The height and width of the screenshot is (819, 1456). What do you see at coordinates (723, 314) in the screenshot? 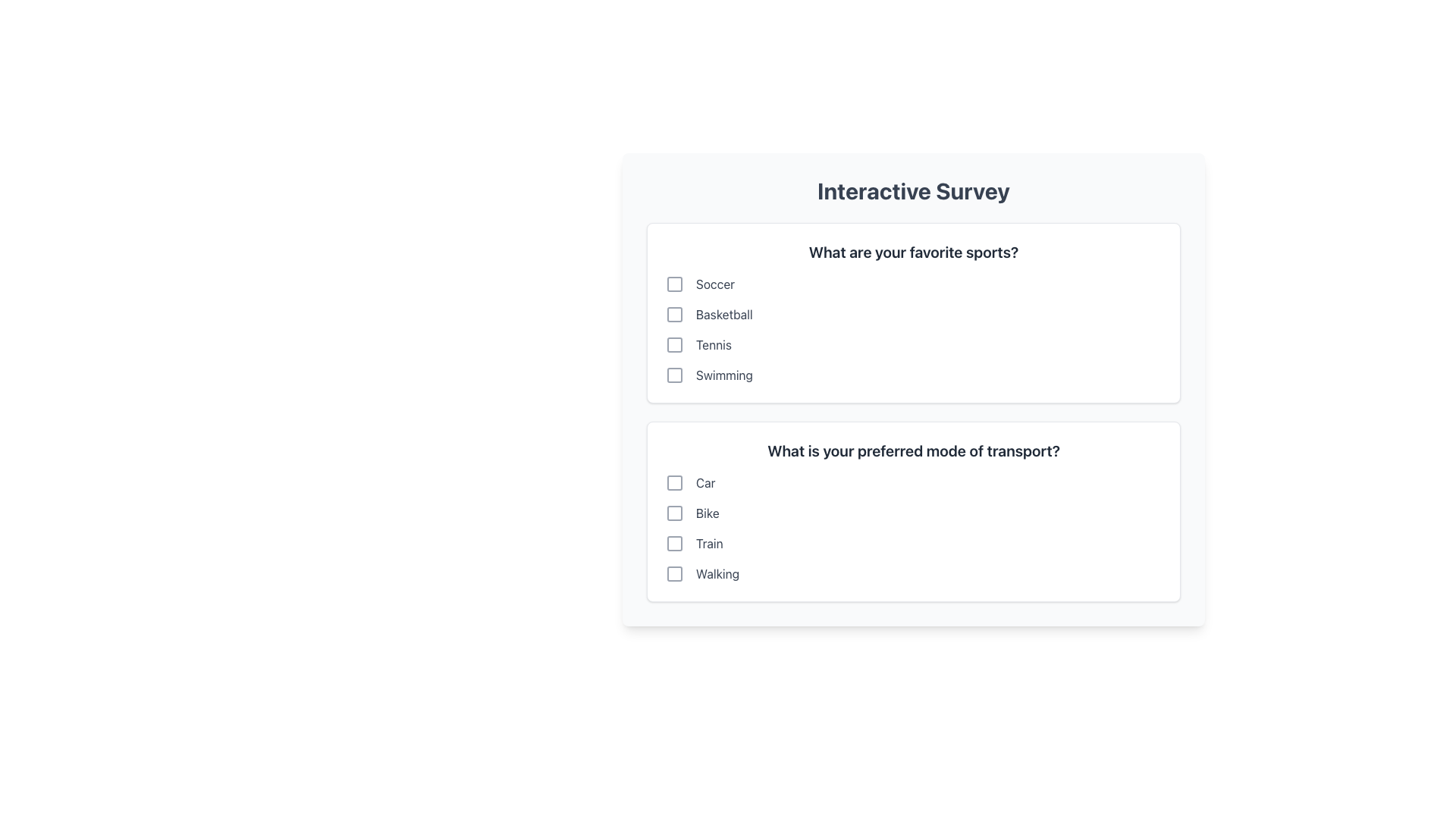
I see `the Text Label displaying 'Basketball', which is the second item in the list under 'What are your favorite sports?'` at bounding box center [723, 314].